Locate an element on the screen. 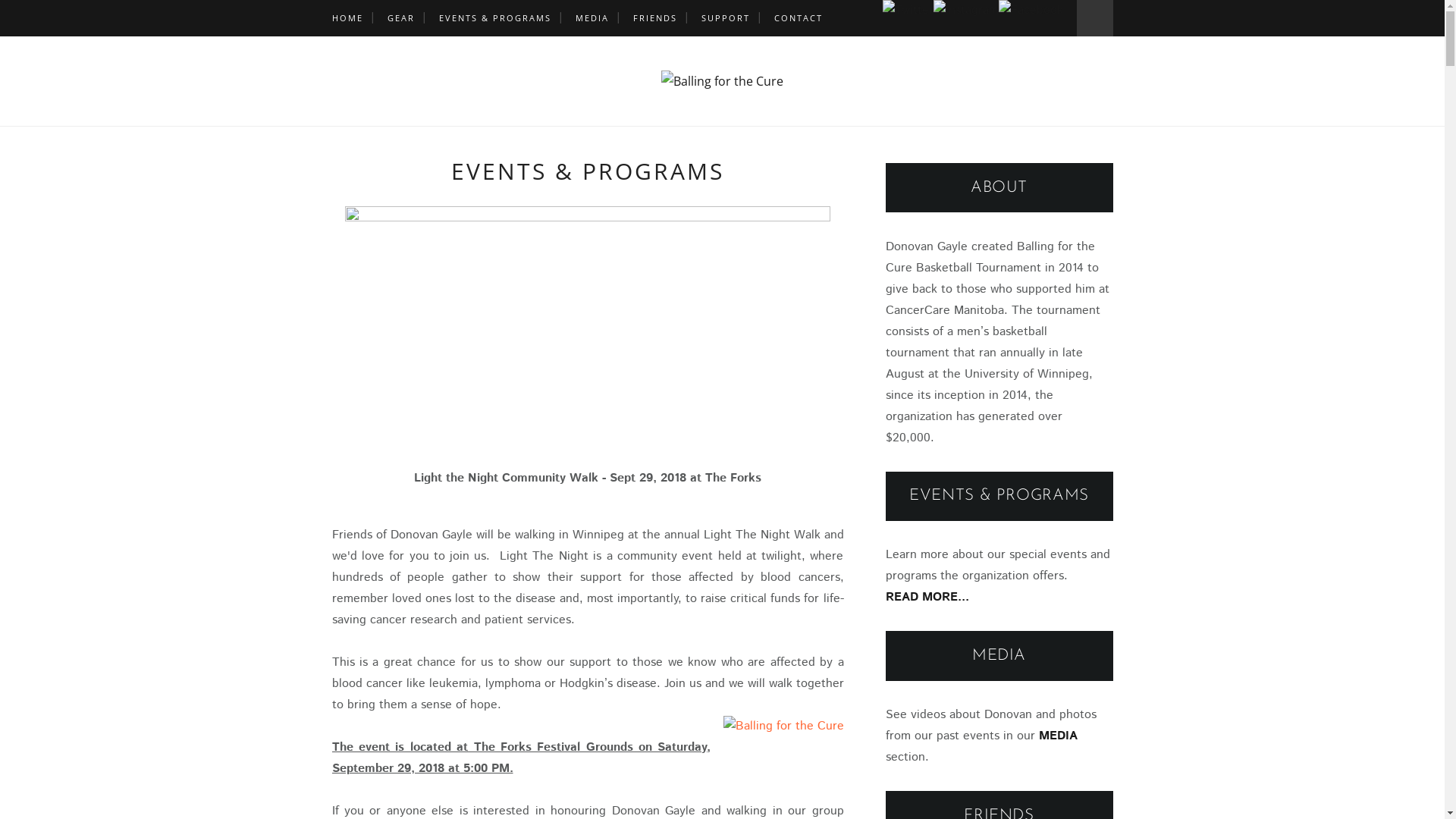 This screenshot has height=819, width=1456. 'FRIENDS' is located at coordinates (654, 17).